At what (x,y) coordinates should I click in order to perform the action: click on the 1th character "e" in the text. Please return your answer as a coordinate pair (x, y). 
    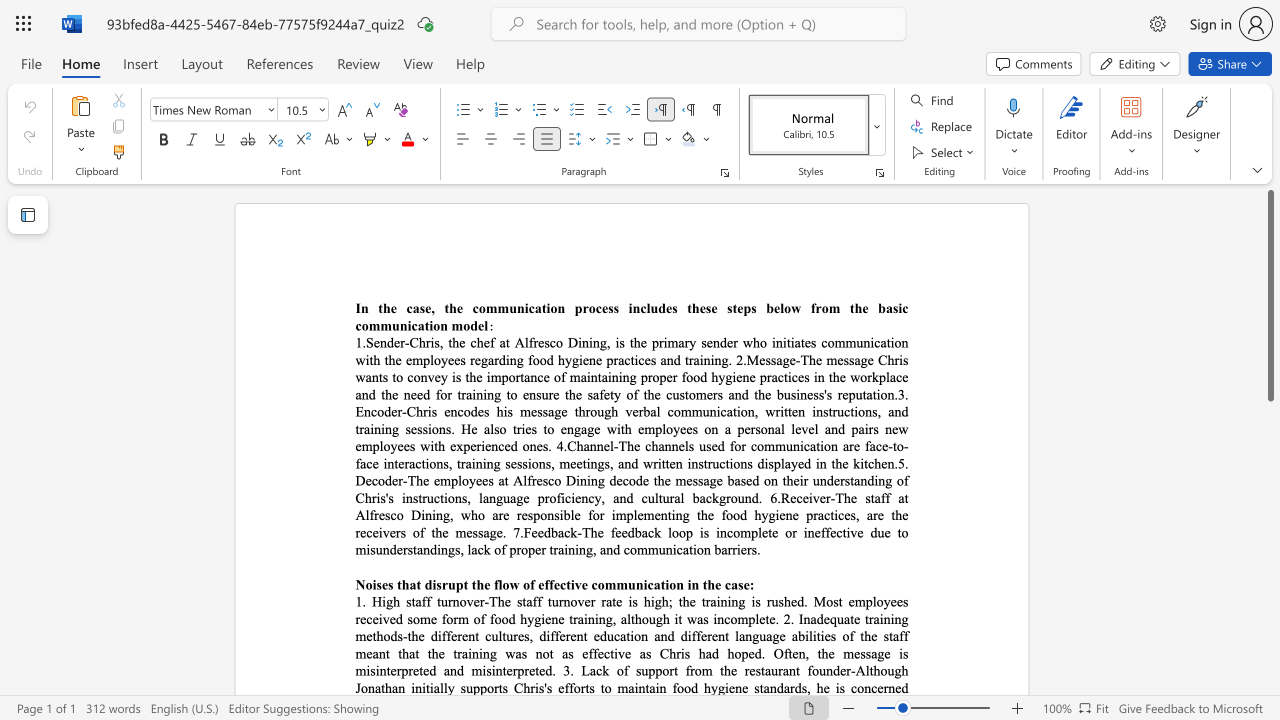
    Looking at the image, I should click on (577, 497).